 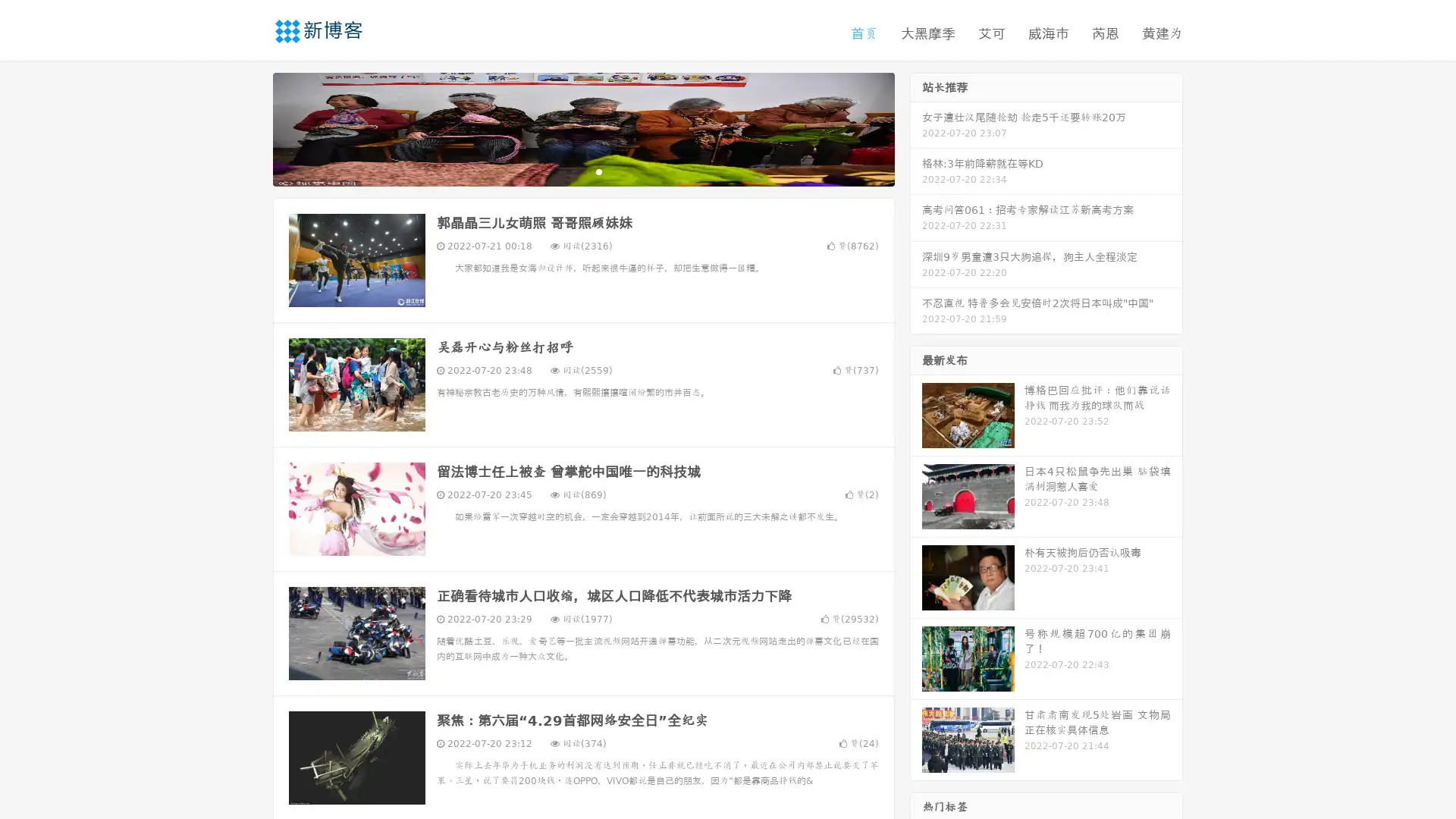 I want to click on Go to slide 2, so click(x=582, y=171).